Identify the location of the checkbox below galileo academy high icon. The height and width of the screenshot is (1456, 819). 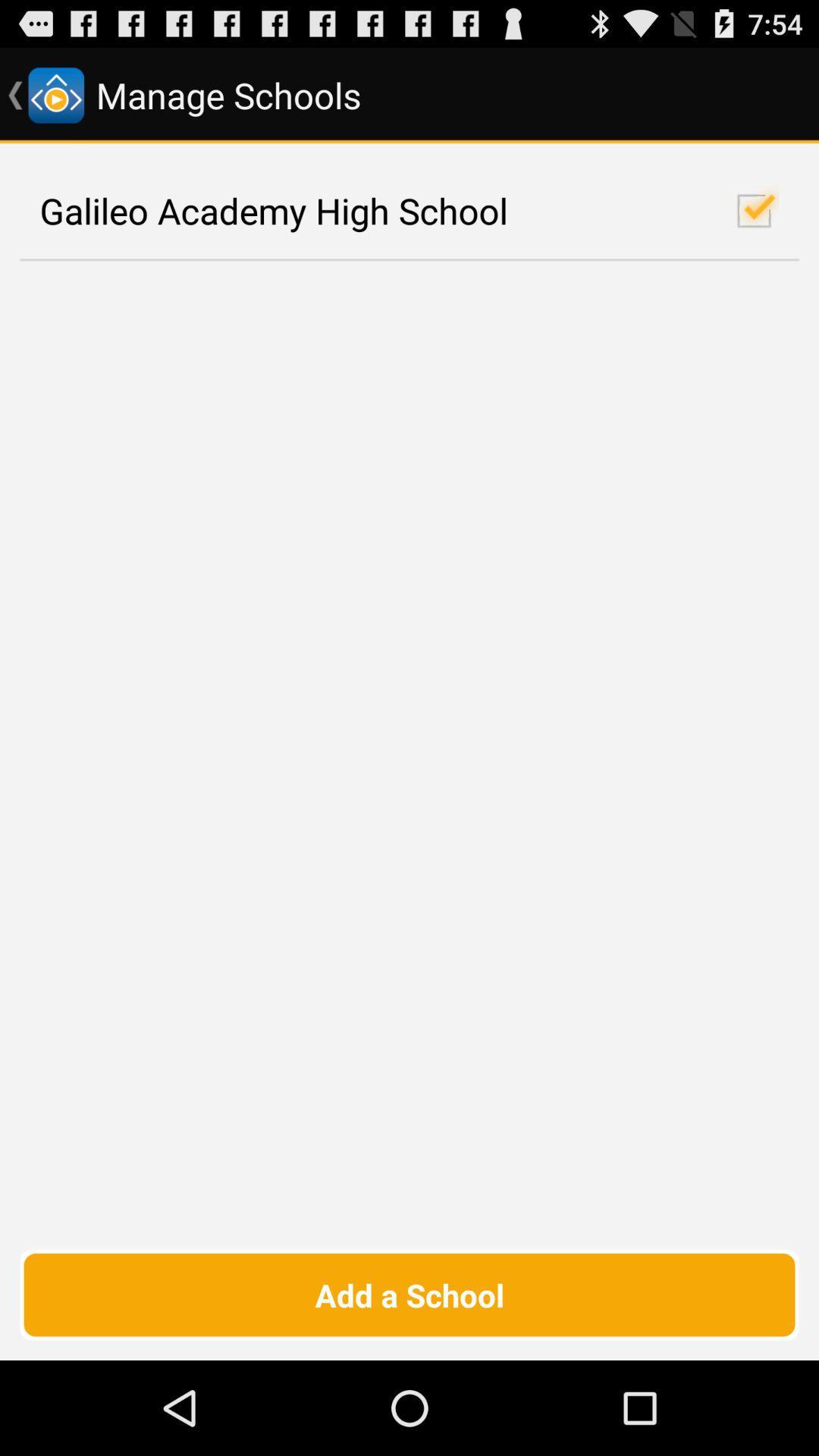
(409, 1294).